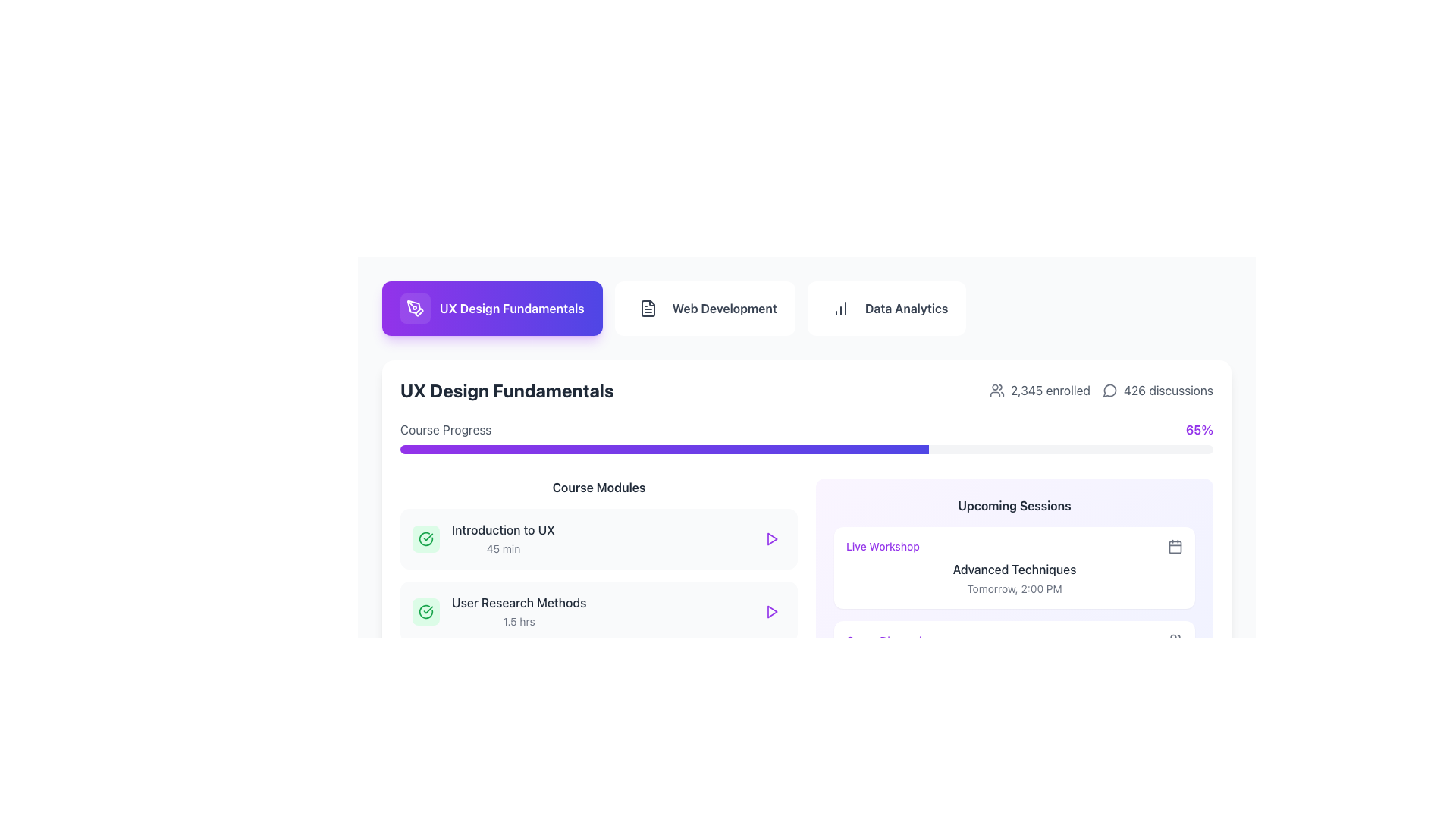 This screenshot has height=819, width=1456. I want to click on the course module list item titled 'User Research Methods' located, so click(499, 610).